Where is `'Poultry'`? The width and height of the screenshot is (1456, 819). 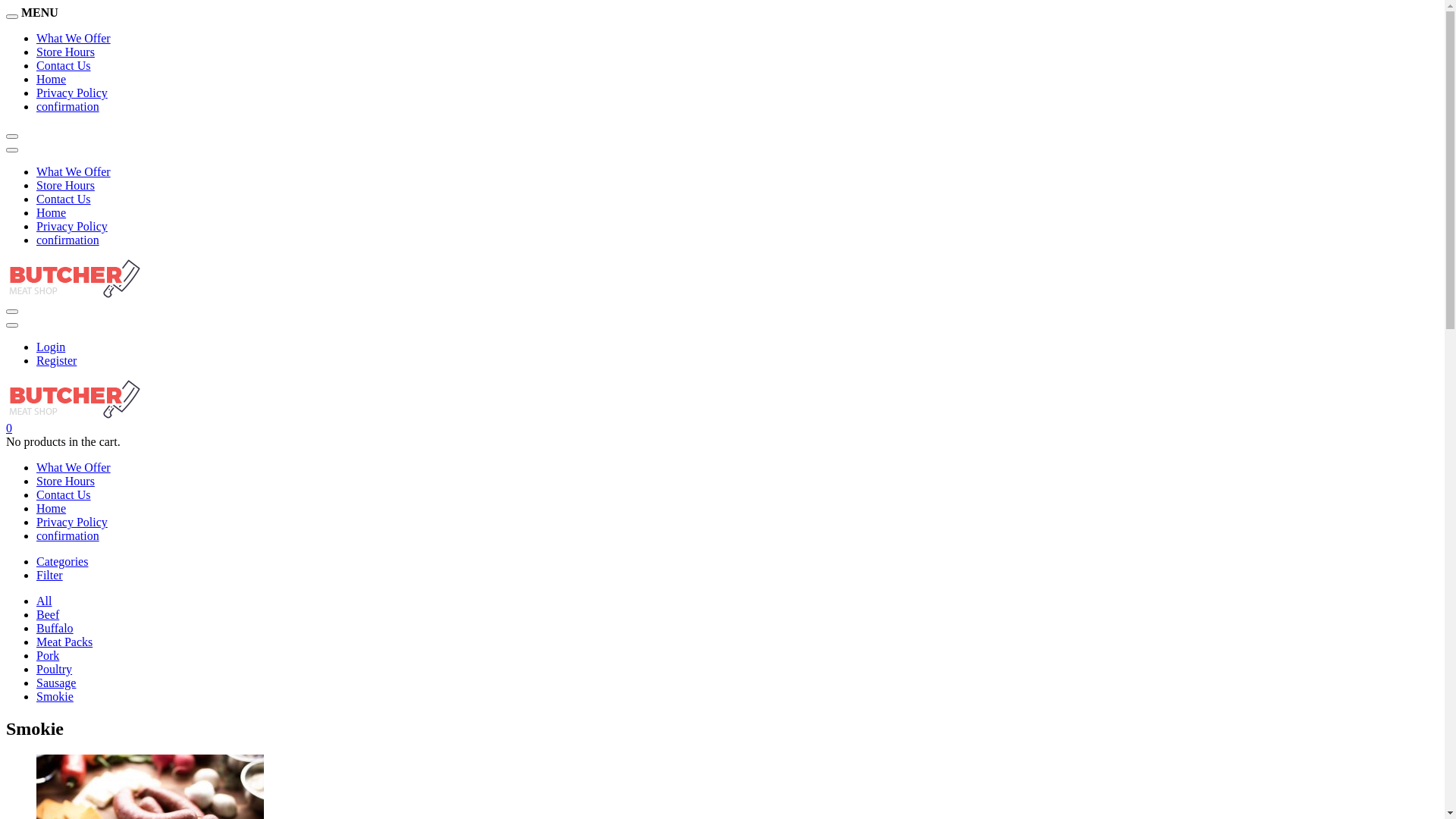
'Poultry' is located at coordinates (54, 668).